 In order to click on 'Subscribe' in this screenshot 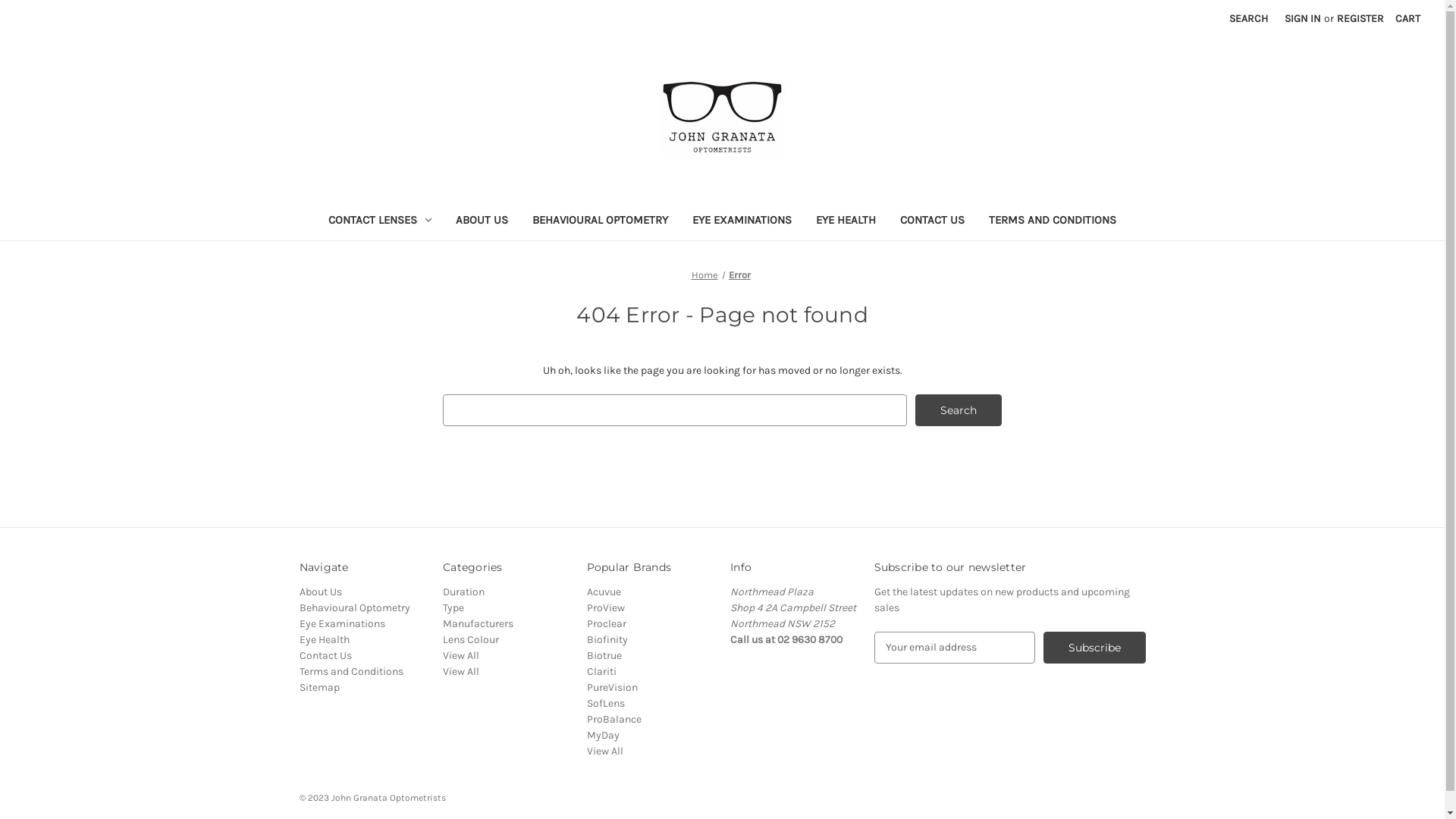, I will do `click(1043, 647)`.